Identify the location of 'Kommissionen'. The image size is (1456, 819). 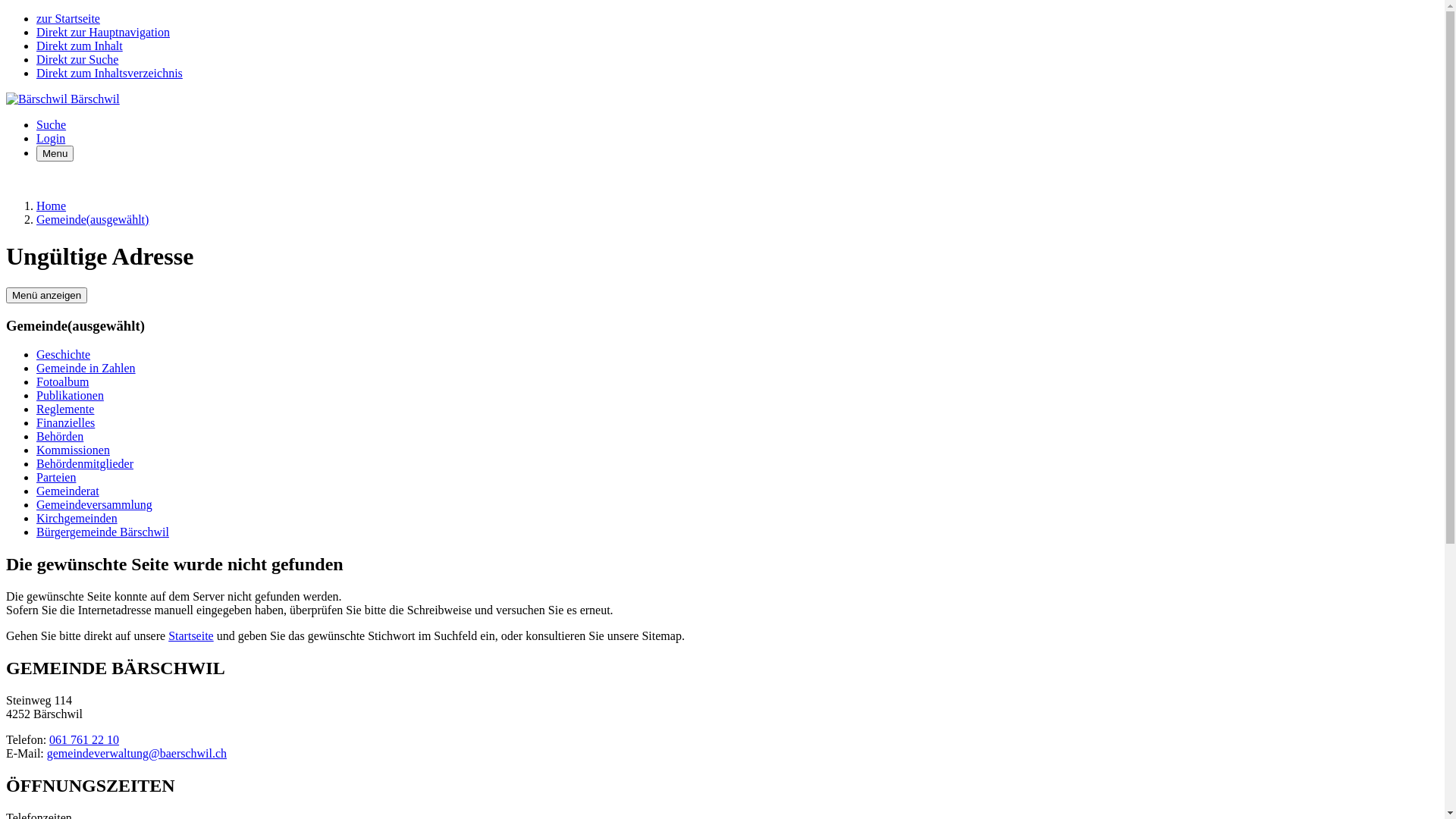
(72, 449).